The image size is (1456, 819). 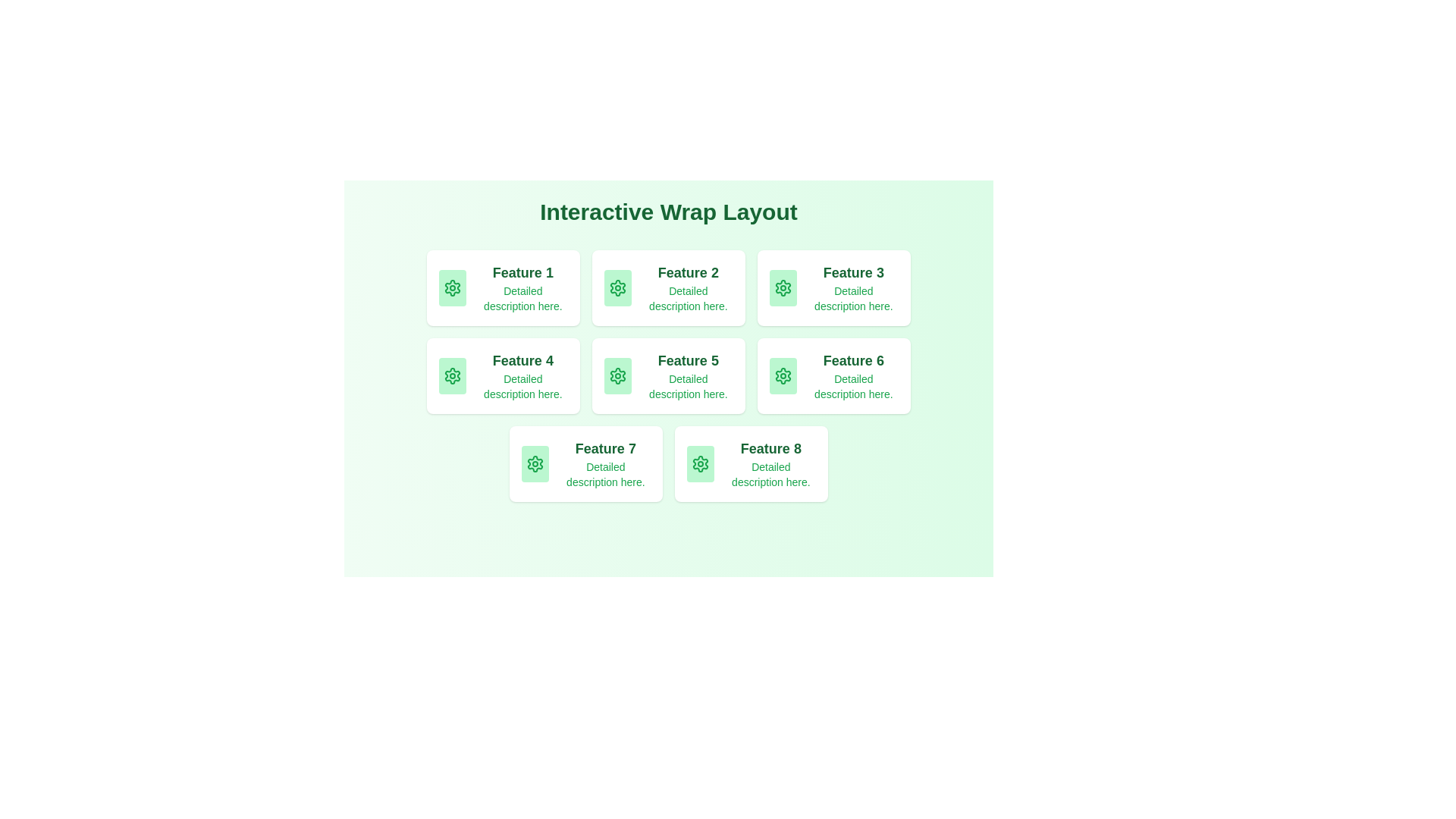 What do you see at coordinates (770, 463) in the screenshot?
I see `the text block labeled 'Feature 8' which contains bold green text and a smaller description below it, located in the bottom row of the grid layout as the rightmost card` at bounding box center [770, 463].